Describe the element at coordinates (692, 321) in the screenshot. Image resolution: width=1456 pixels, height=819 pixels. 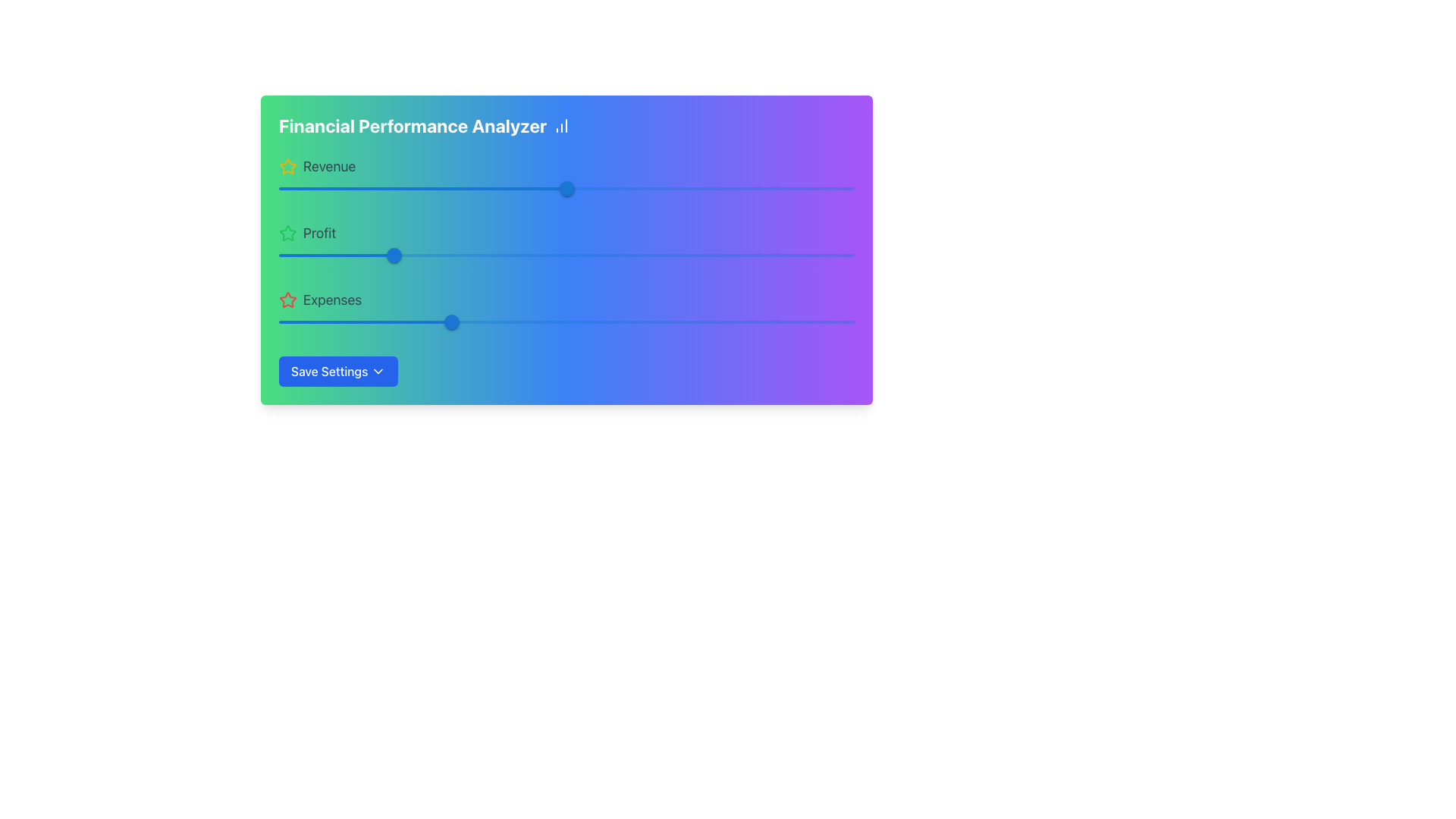
I see `the Expenses slider` at that location.